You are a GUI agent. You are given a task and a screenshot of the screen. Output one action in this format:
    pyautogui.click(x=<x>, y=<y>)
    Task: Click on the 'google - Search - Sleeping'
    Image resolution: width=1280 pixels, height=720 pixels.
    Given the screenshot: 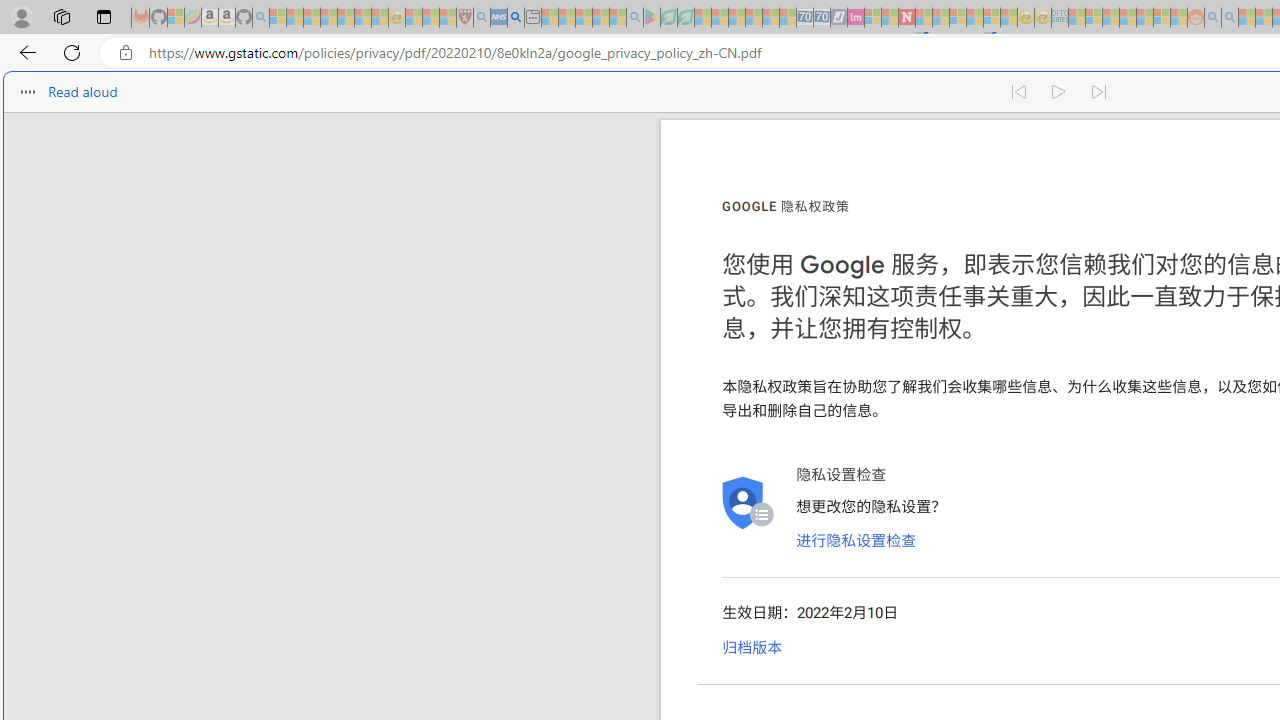 What is the action you would take?
    pyautogui.click(x=633, y=17)
    